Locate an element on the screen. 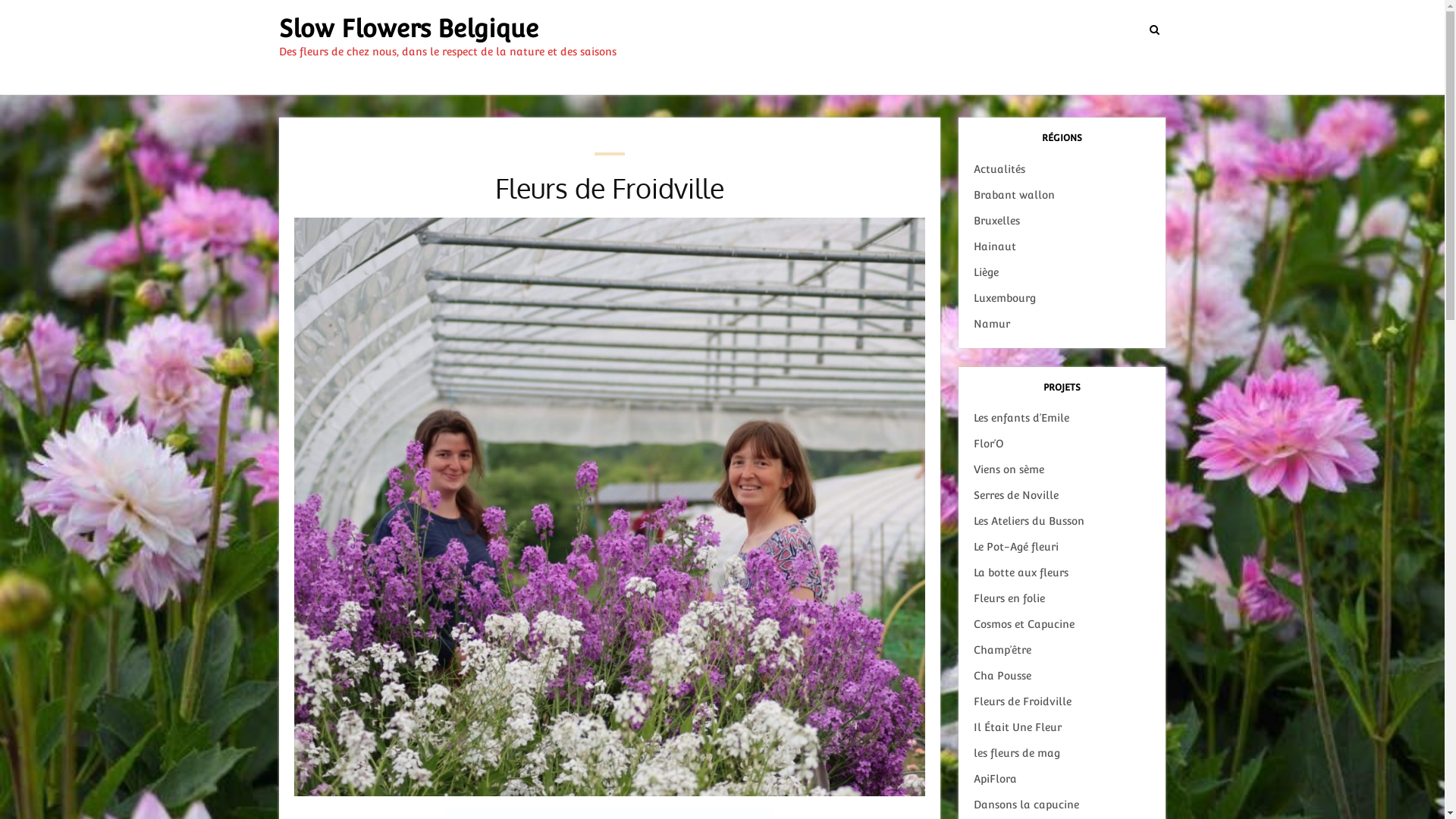 This screenshot has height=819, width=1456. 'Bruxelles' is located at coordinates (996, 220).